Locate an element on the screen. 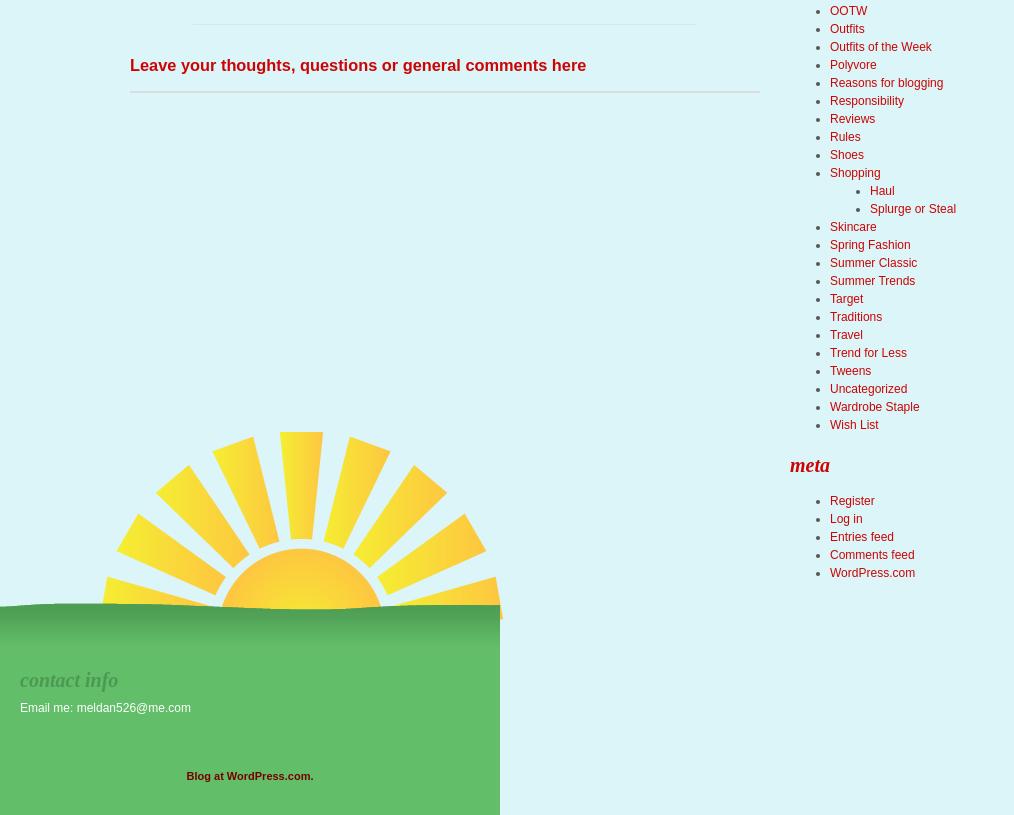 This screenshot has height=815, width=1014. 'Log in' is located at coordinates (845, 518).